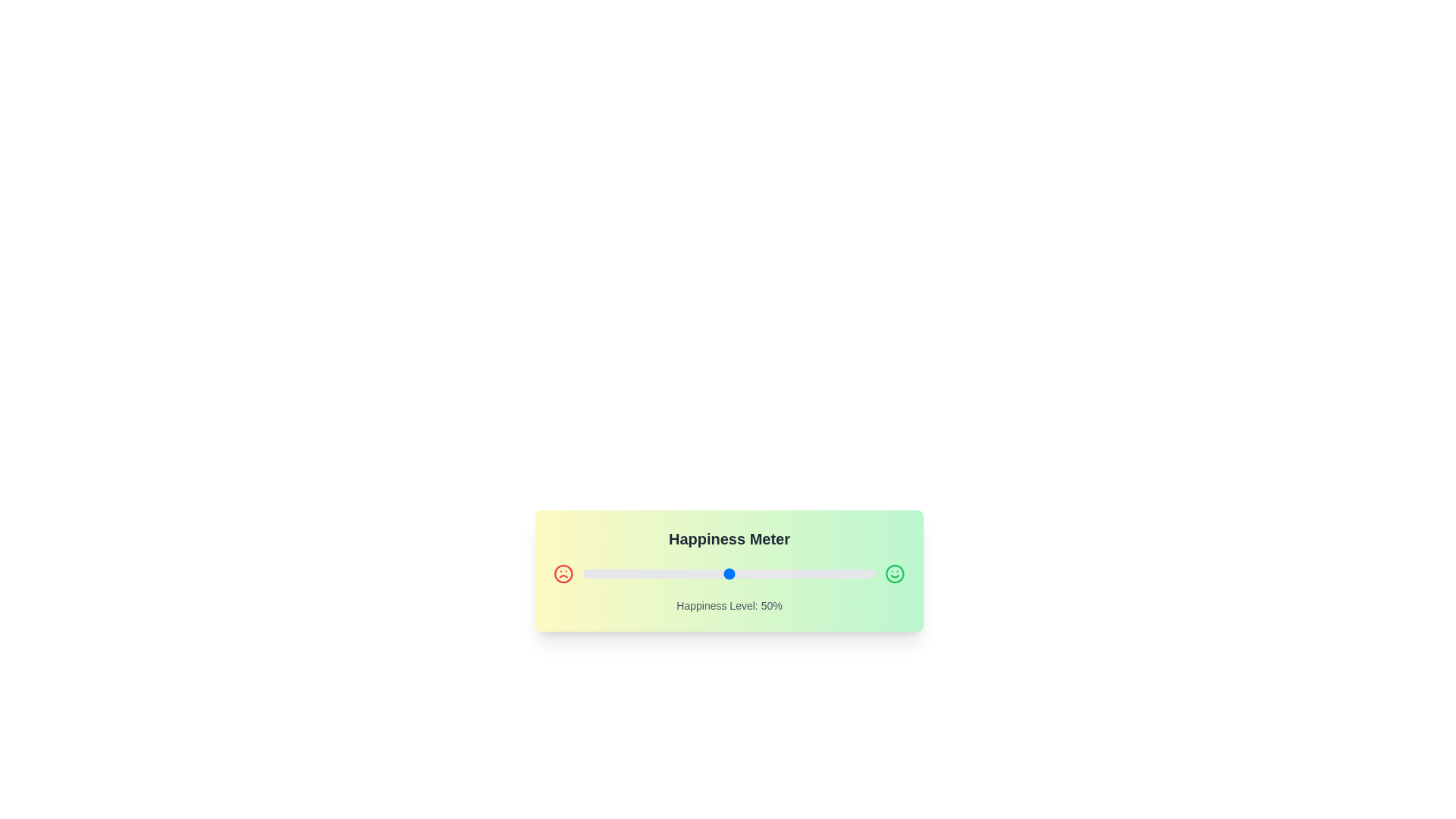 The height and width of the screenshot is (819, 1456). I want to click on the slider to set the happiness level to 6%, so click(599, 573).